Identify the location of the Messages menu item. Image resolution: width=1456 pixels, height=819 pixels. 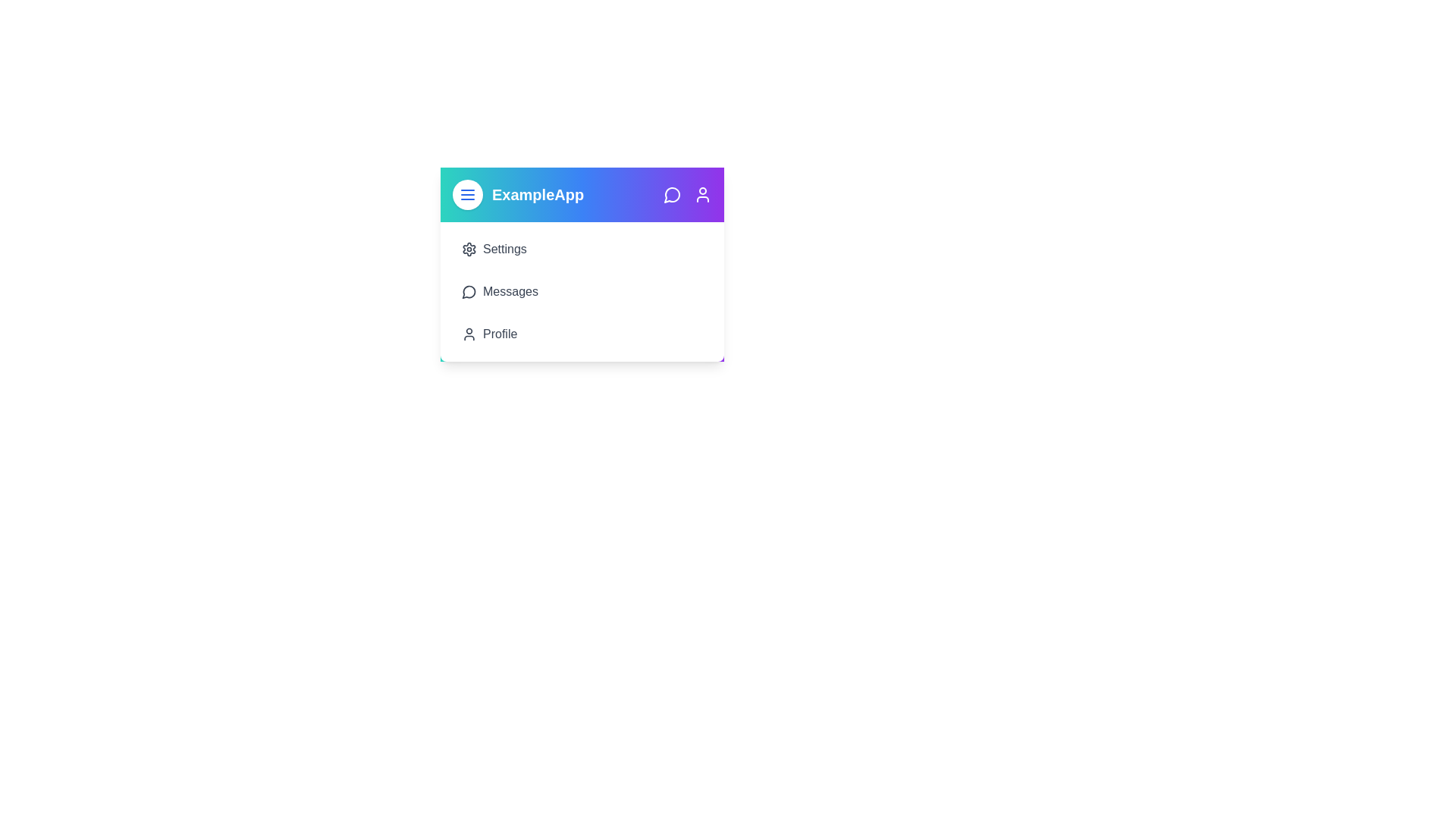
(582, 292).